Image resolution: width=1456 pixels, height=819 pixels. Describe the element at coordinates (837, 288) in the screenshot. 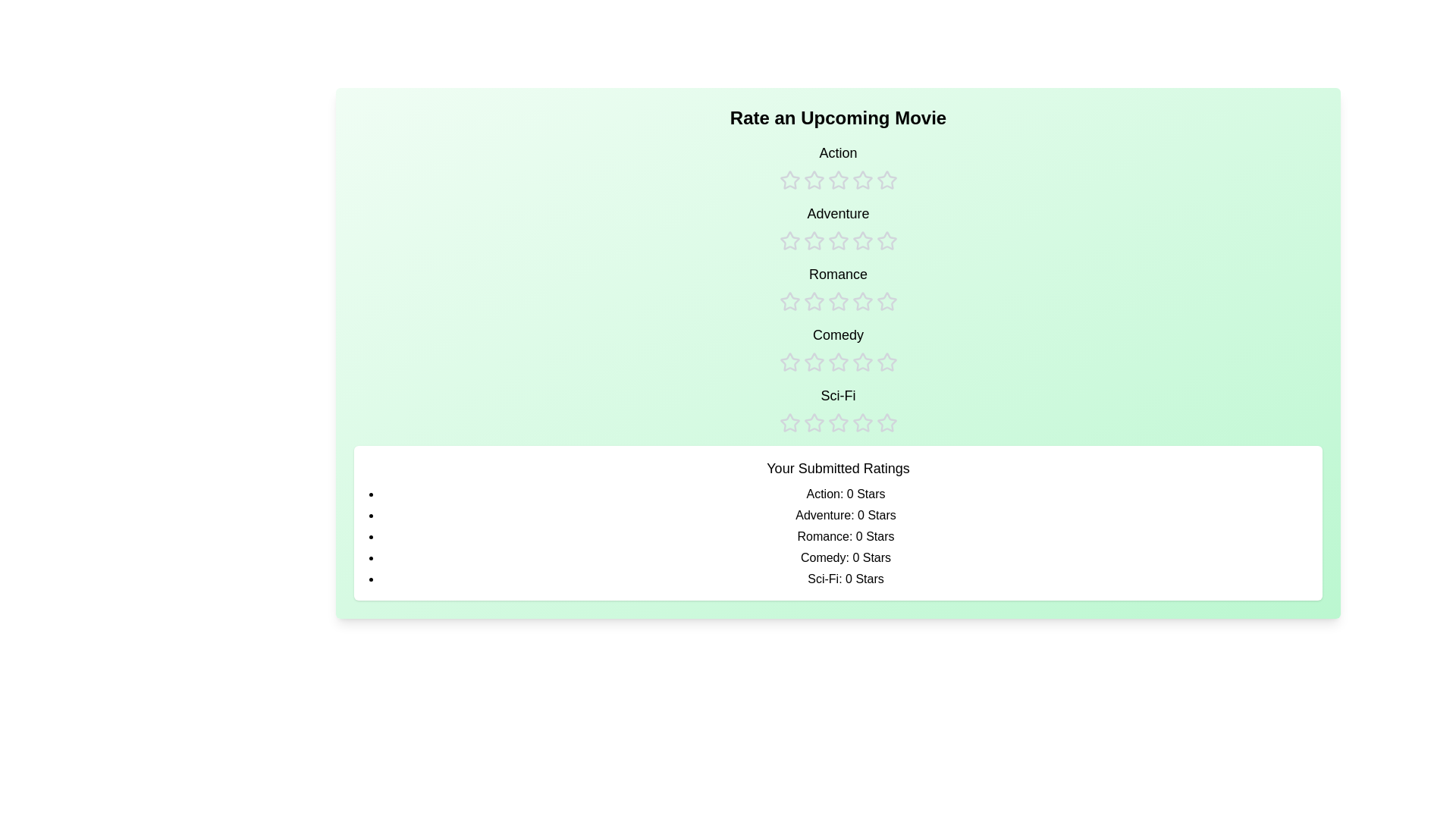

I see `the rating for the Romance category to 3 stars` at that location.